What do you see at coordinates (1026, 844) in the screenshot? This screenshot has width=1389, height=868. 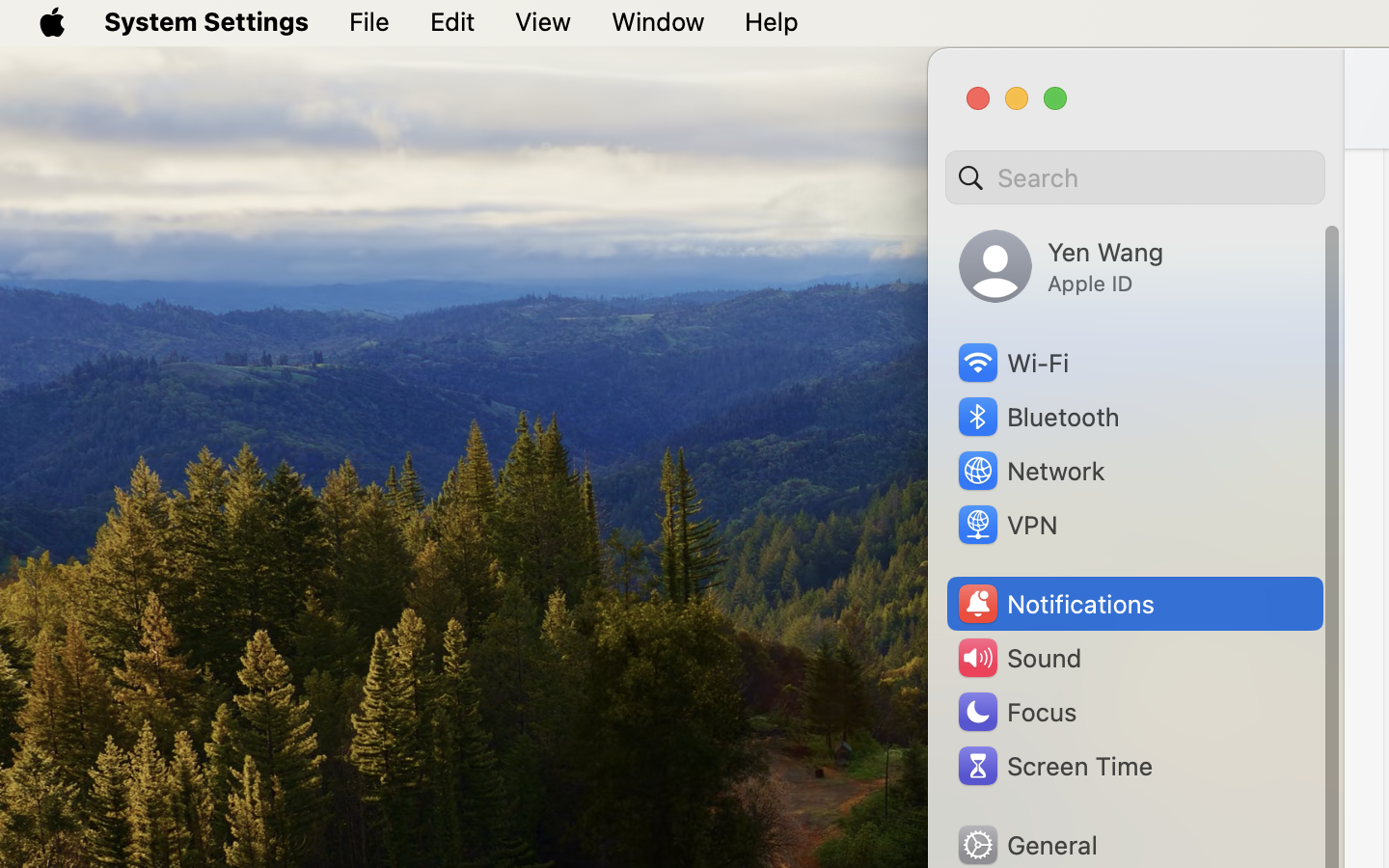 I see `'General'` at bounding box center [1026, 844].